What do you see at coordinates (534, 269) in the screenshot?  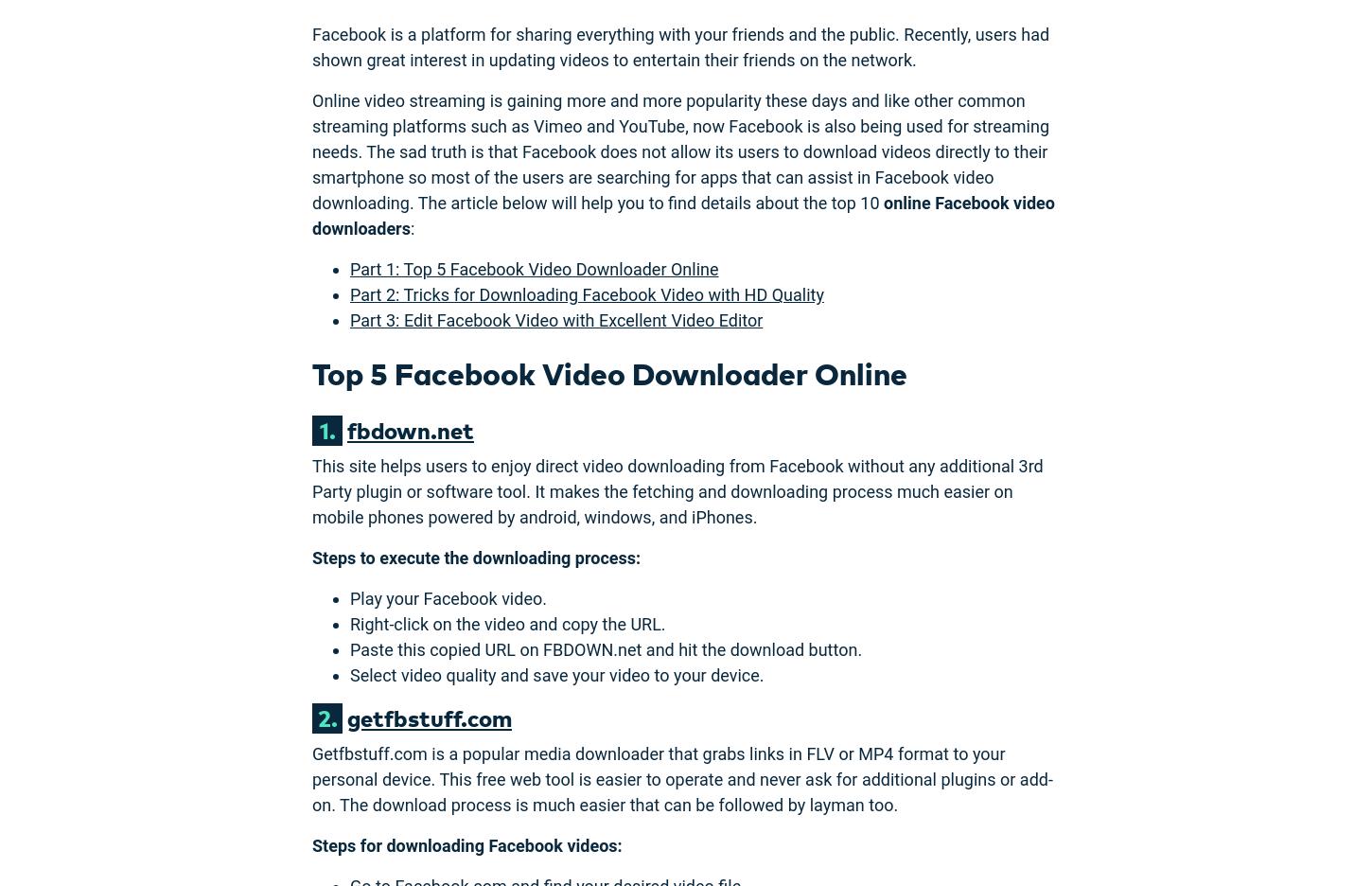 I see `'Part 1: Top 5 Facebook Video Downloader Online'` at bounding box center [534, 269].